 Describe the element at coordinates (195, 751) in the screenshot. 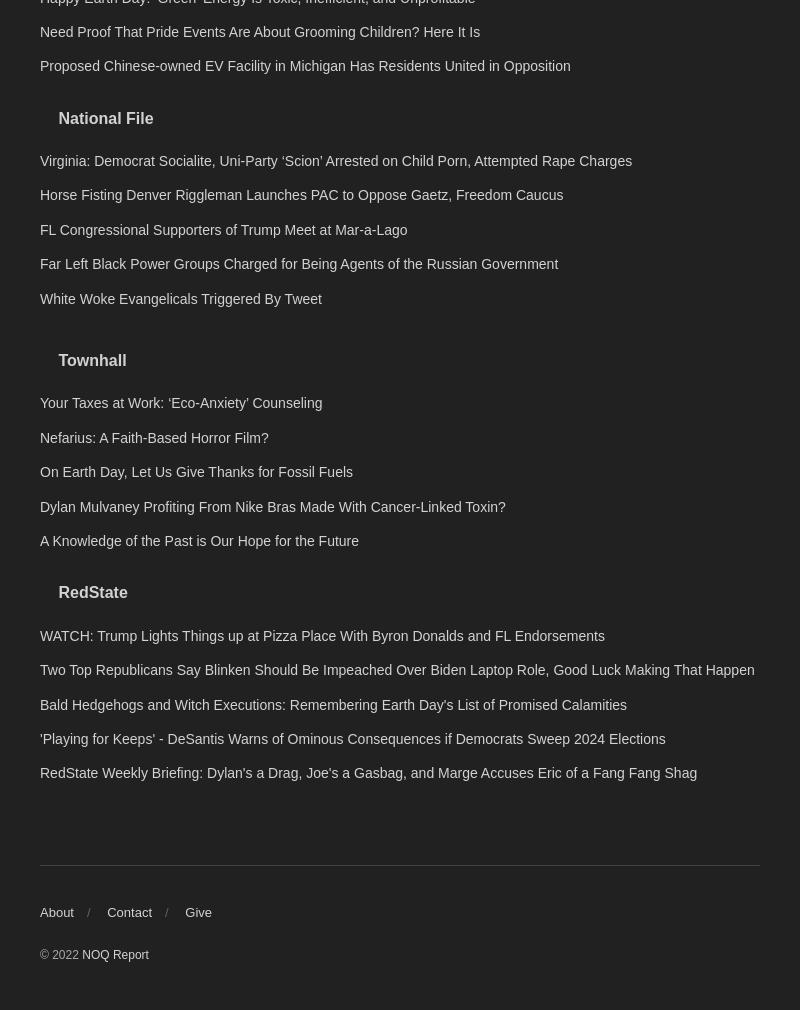

I see `'On Earth Day, Let Us Give Thanks for Fossil Fuels'` at that location.